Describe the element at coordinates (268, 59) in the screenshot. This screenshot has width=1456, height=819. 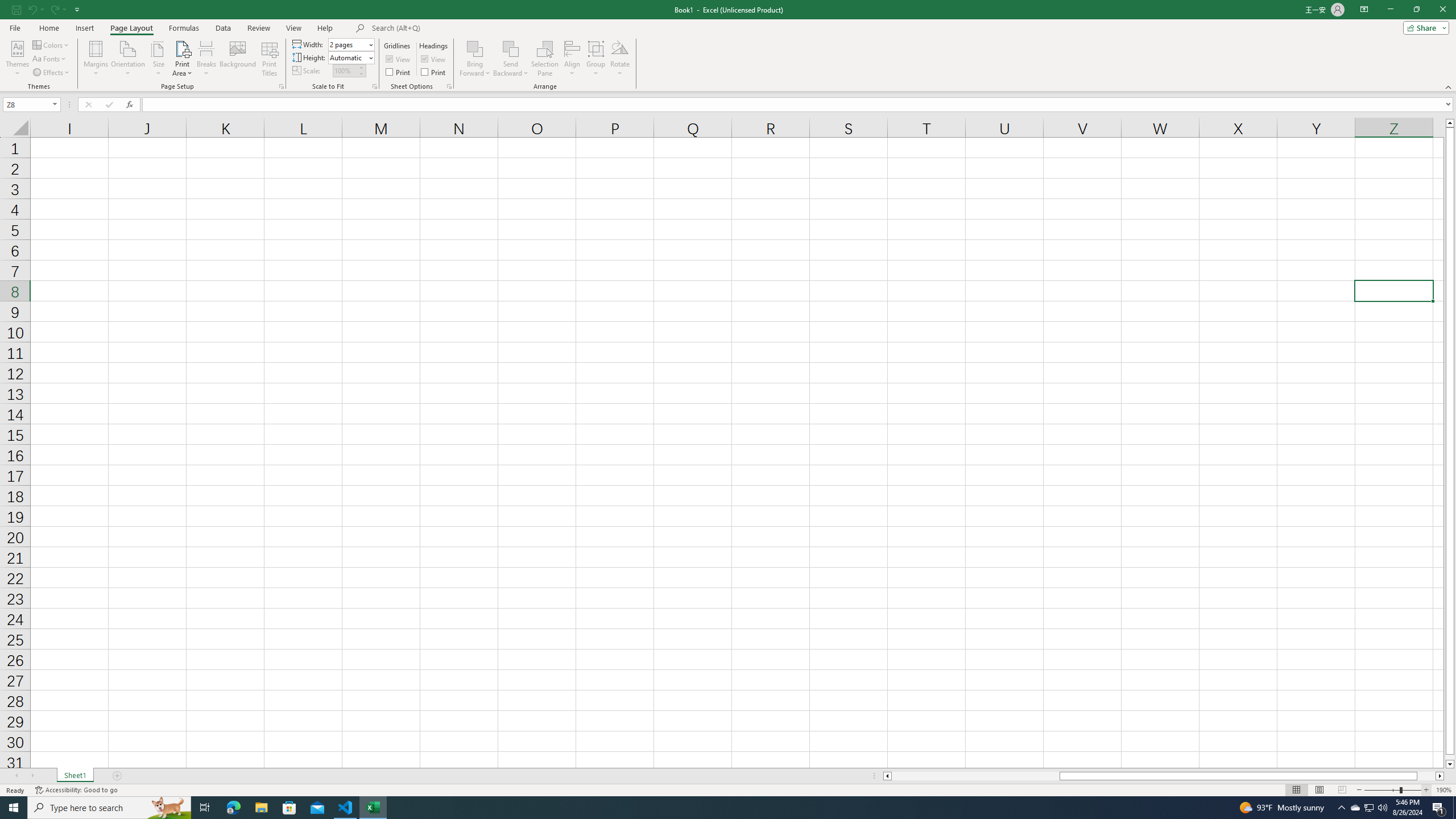
I see `'Print Titles'` at that location.